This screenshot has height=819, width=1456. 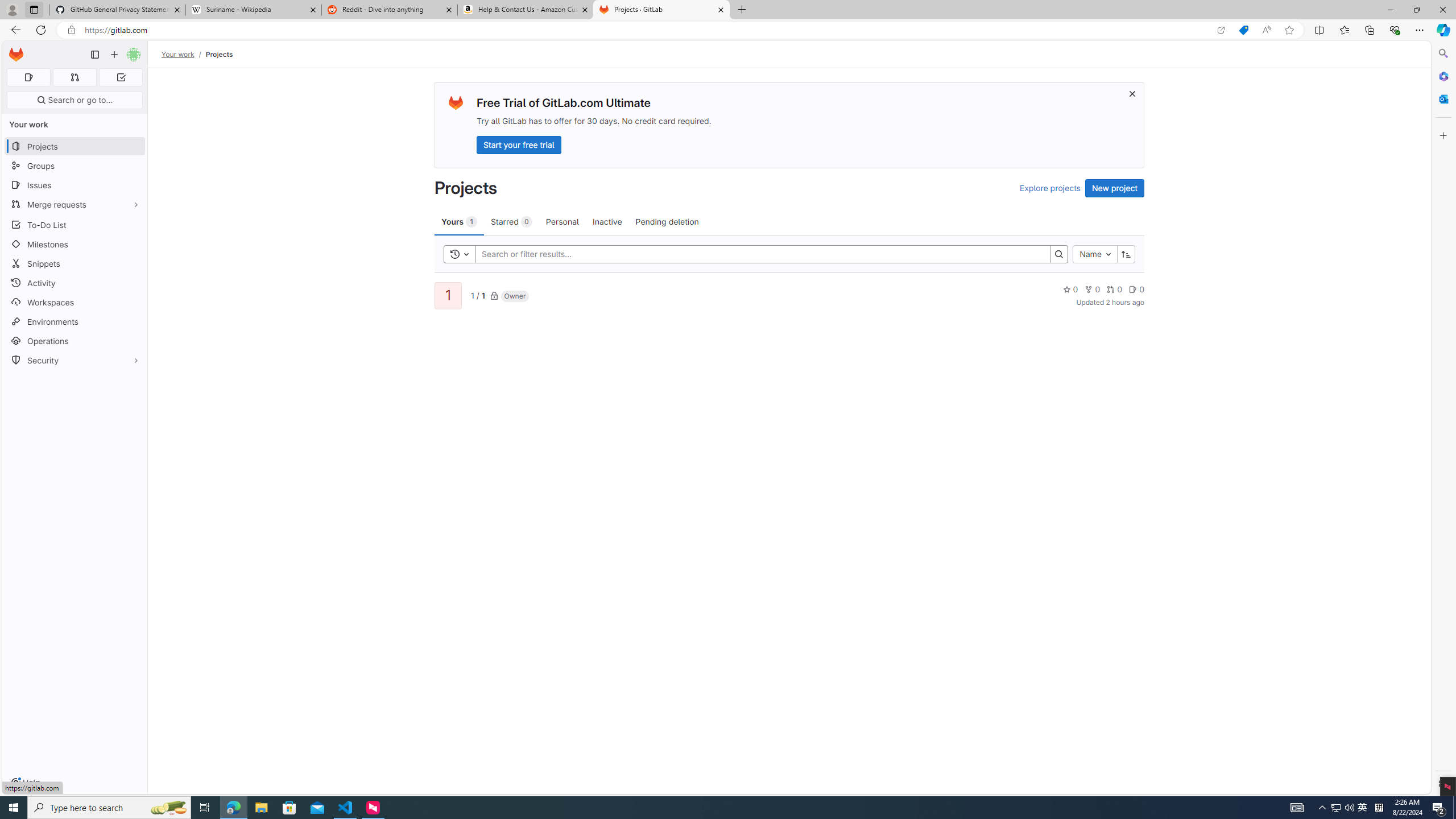 What do you see at coordinates (74, 359) in the screenshot?
I see `'Security'` at bounding box center [74, 359].